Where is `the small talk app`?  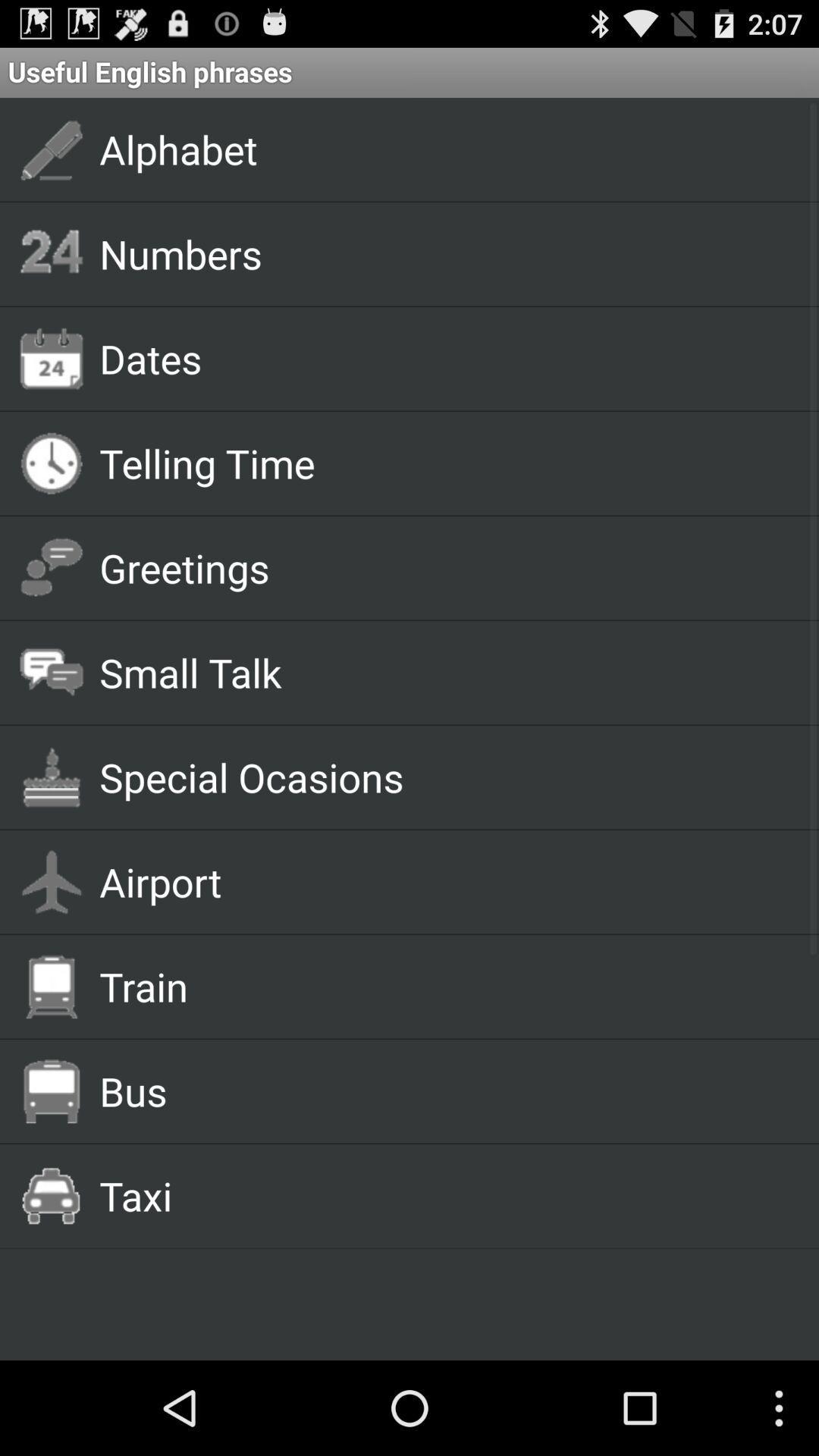 the small talk app is located at coordinates (441, 671).